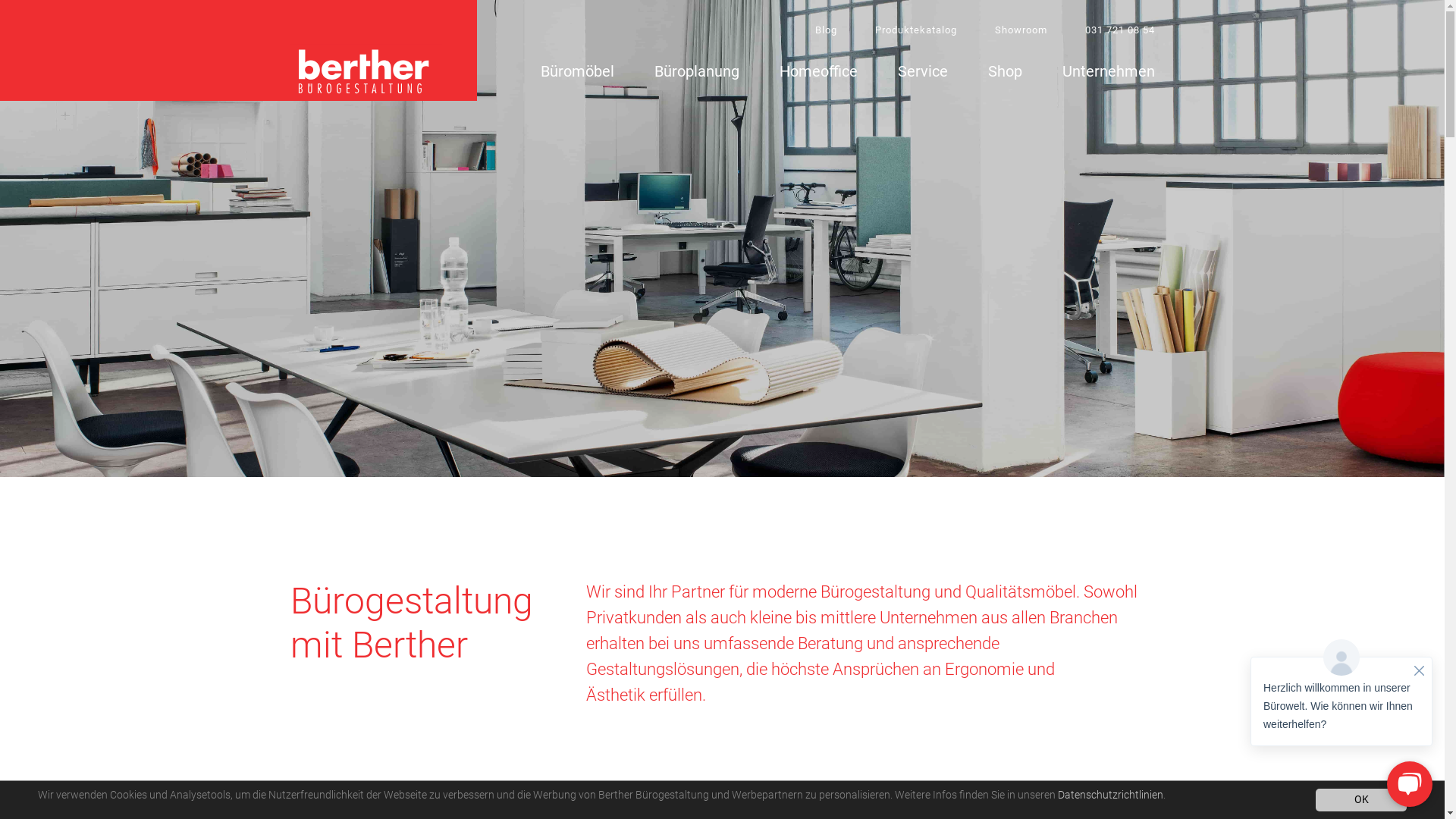 This screenshot has width=1456, height=819. Describe the element at coordinates (824, 30) in the screenshot. I see `'Blog'` at that location.